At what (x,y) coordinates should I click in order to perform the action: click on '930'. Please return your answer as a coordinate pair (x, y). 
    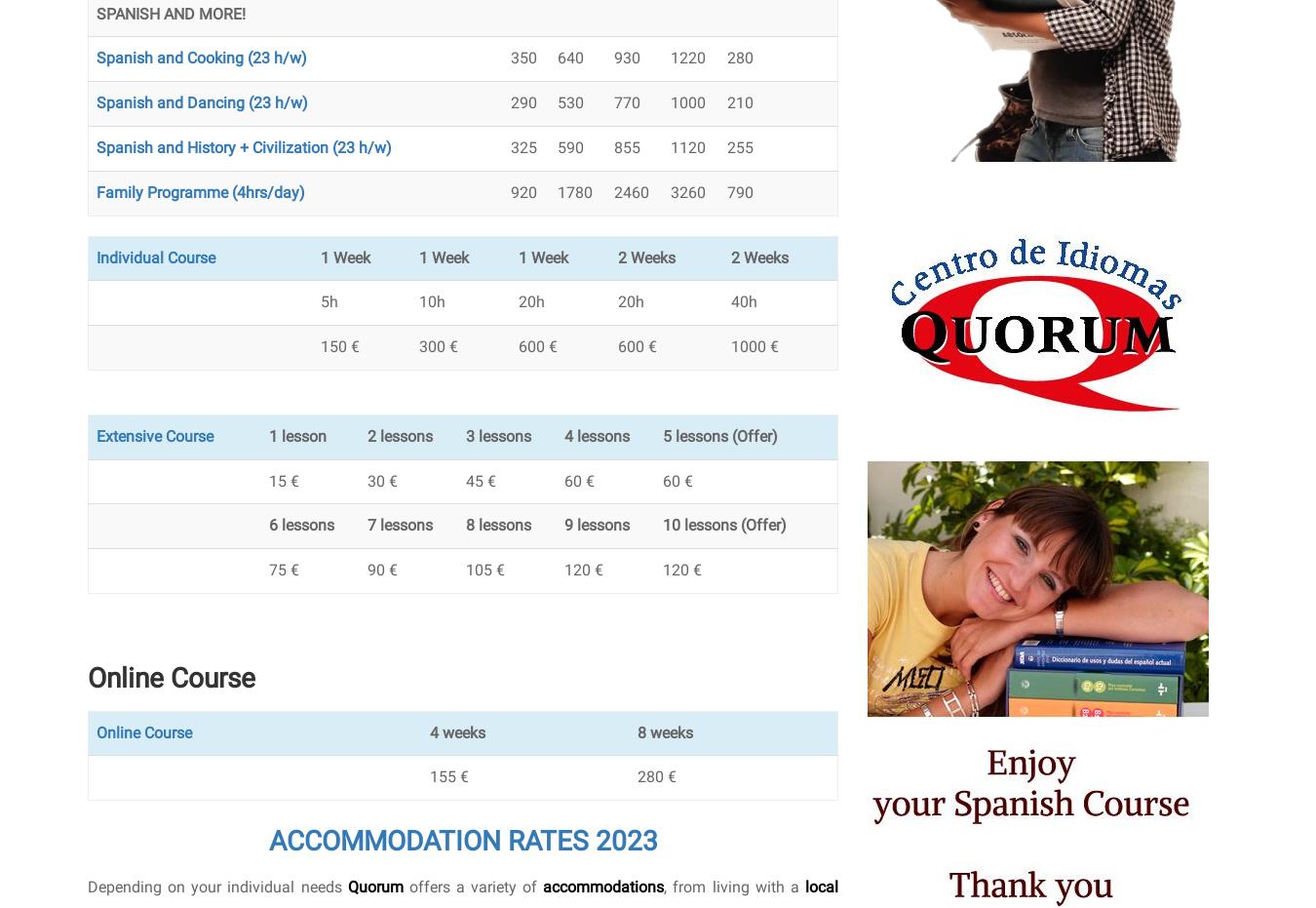
    Looking at the image, I should click on (626, 57).